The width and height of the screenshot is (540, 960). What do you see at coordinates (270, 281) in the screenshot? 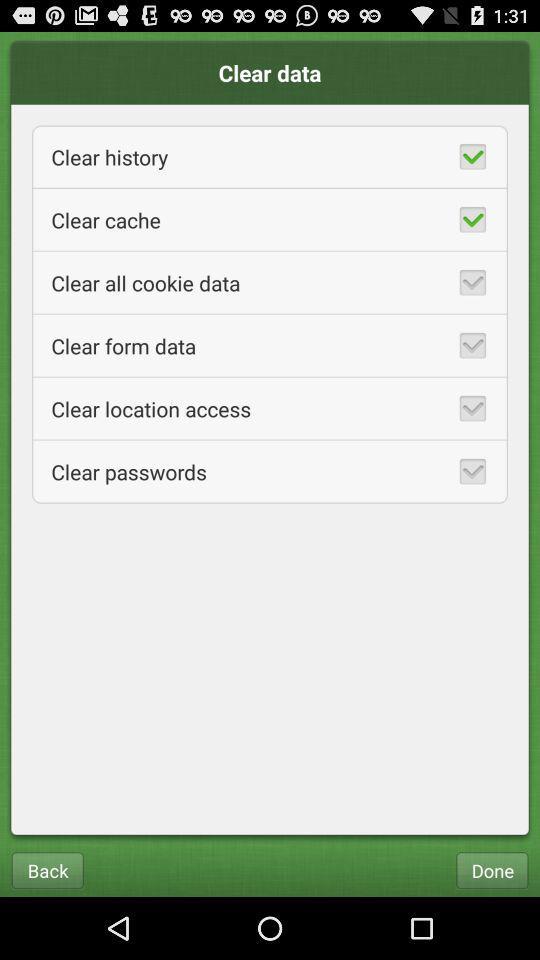
I see `icon below clear cache icon` at bounding box center [270, 281].